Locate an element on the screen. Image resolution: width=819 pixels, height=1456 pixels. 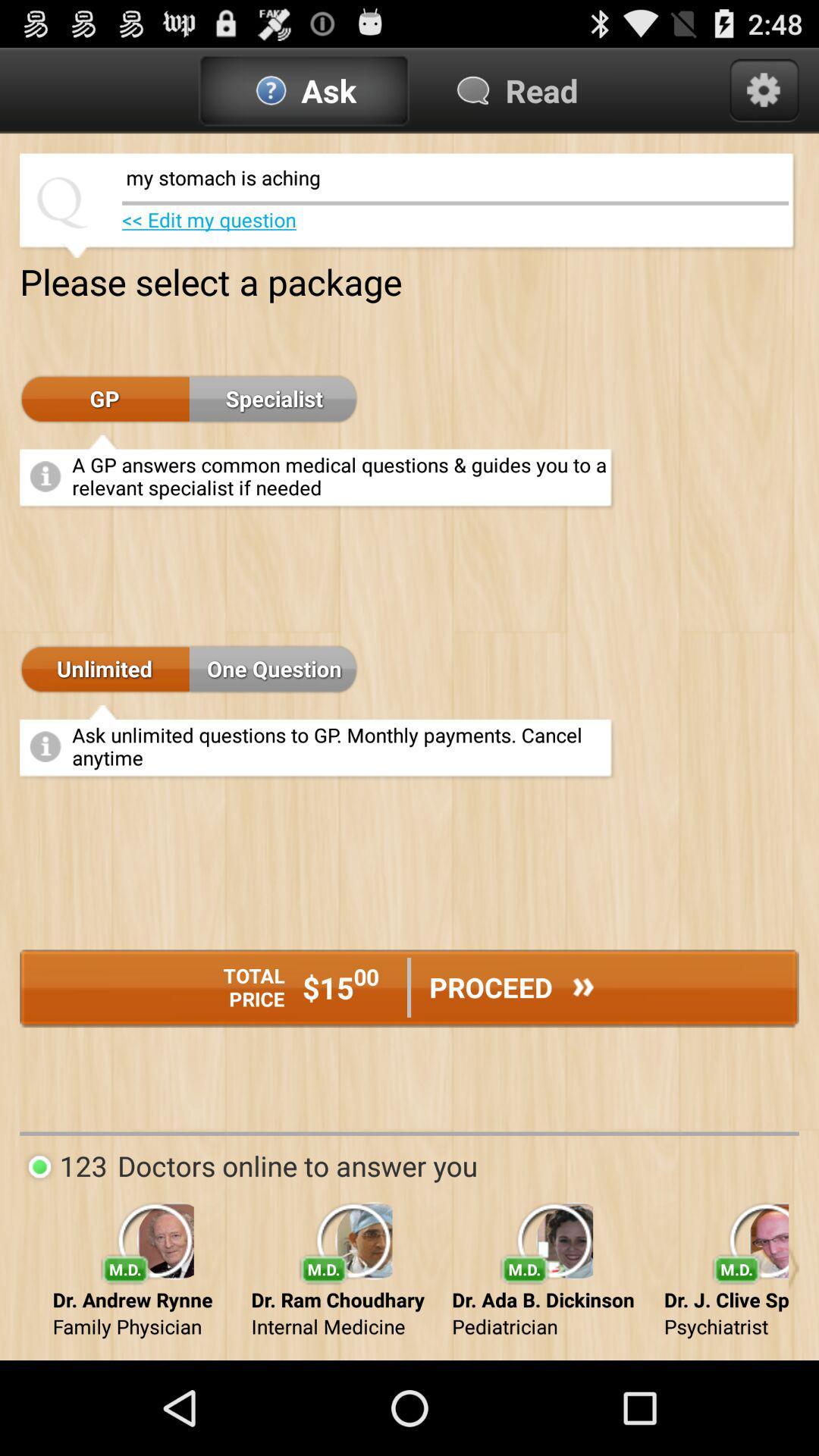
the options edit my questions is located at coordinates (209, 218).